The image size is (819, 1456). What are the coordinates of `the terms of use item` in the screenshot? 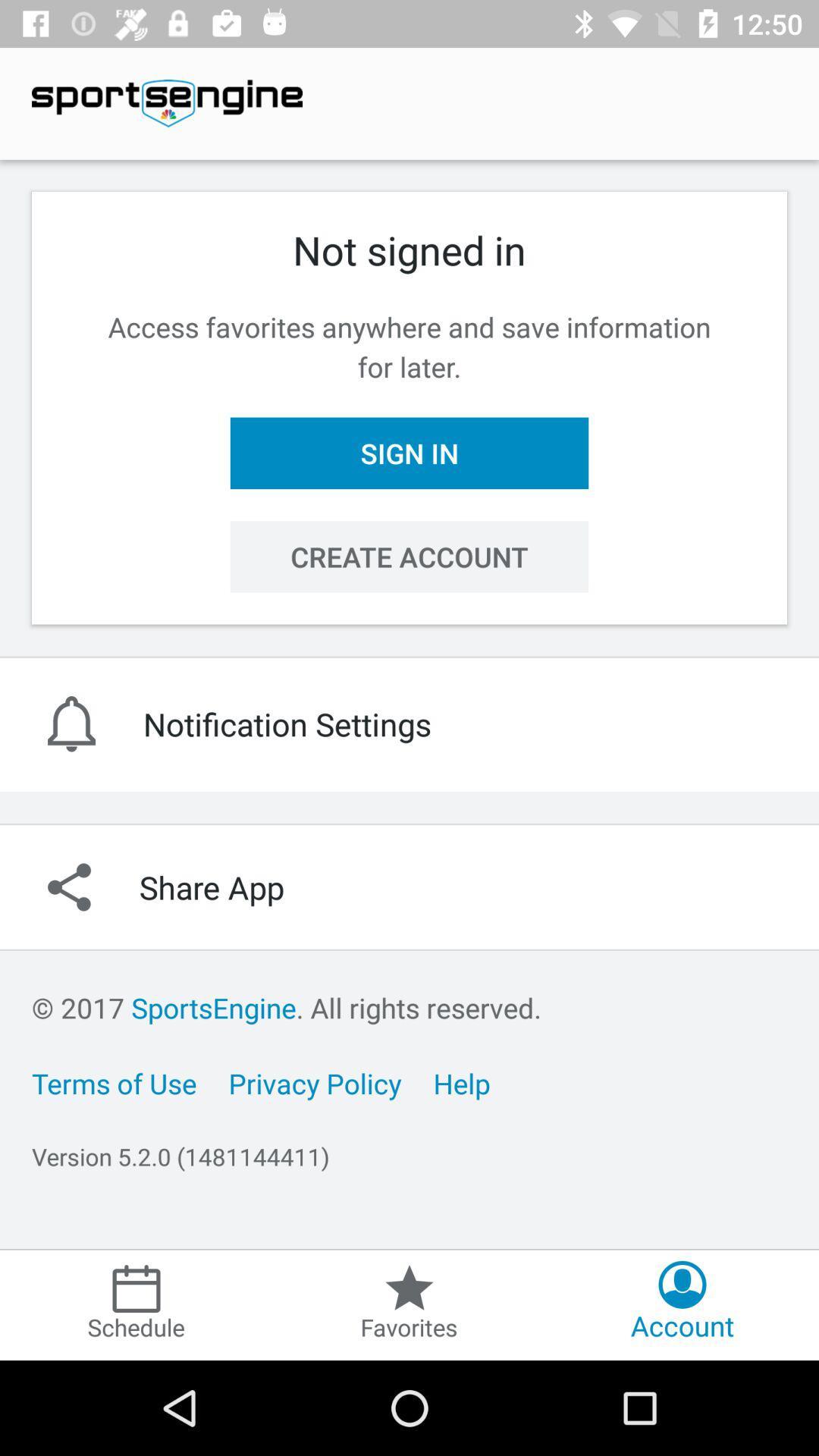 It's located at (113, 1082).